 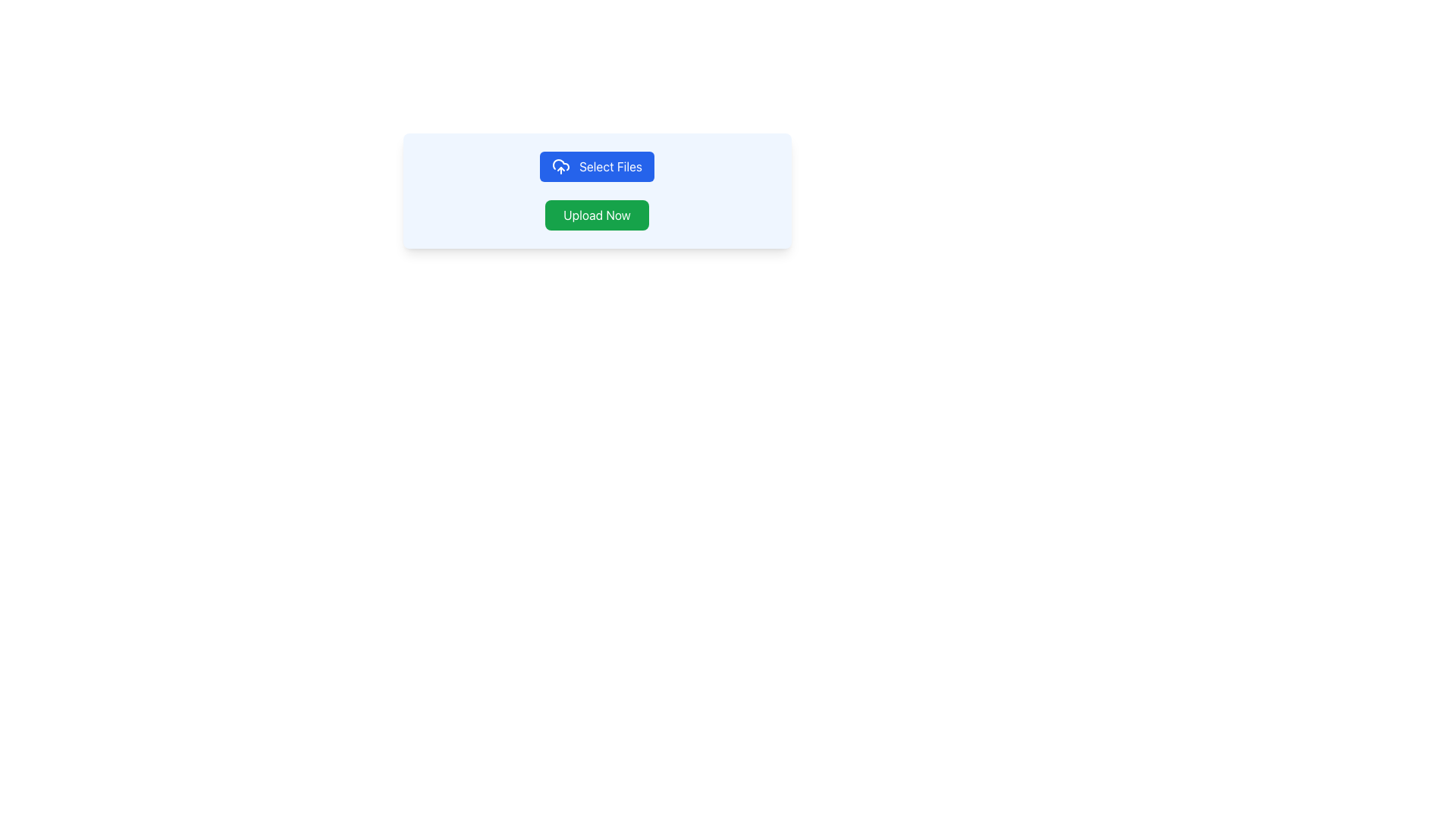 What do you see at coordinates (596, 166) in the screenshot?
I see `the file upload button located at the top of the vertical layout` at bounding box center [596, 166].